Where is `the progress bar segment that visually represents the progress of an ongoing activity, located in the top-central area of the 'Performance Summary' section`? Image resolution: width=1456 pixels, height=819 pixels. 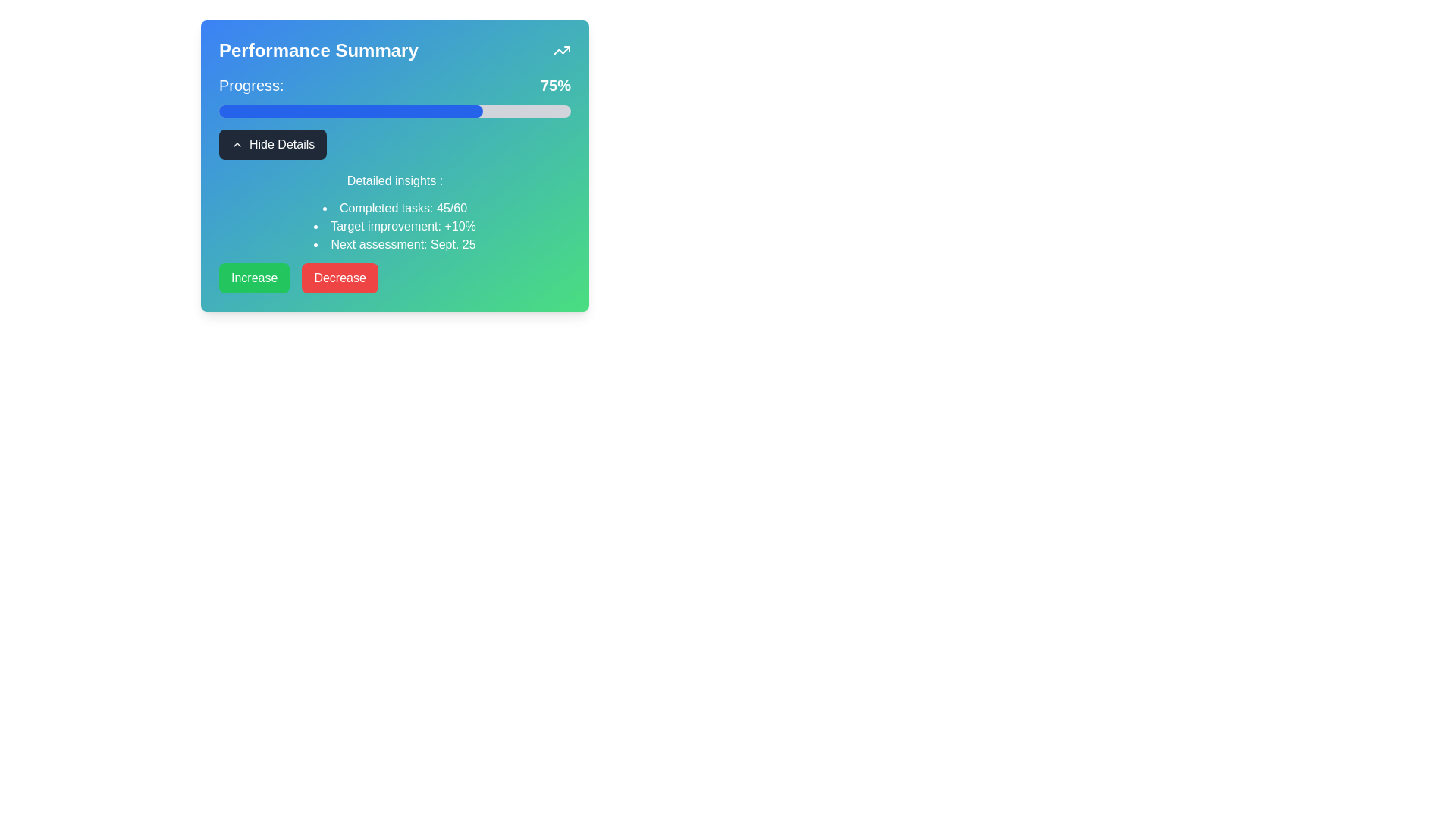 the progress bar segment that visually represents the progress of an ongoing activity, located in the top-central area of the 'Performance Summary' section is located at coordinates (350, 110).